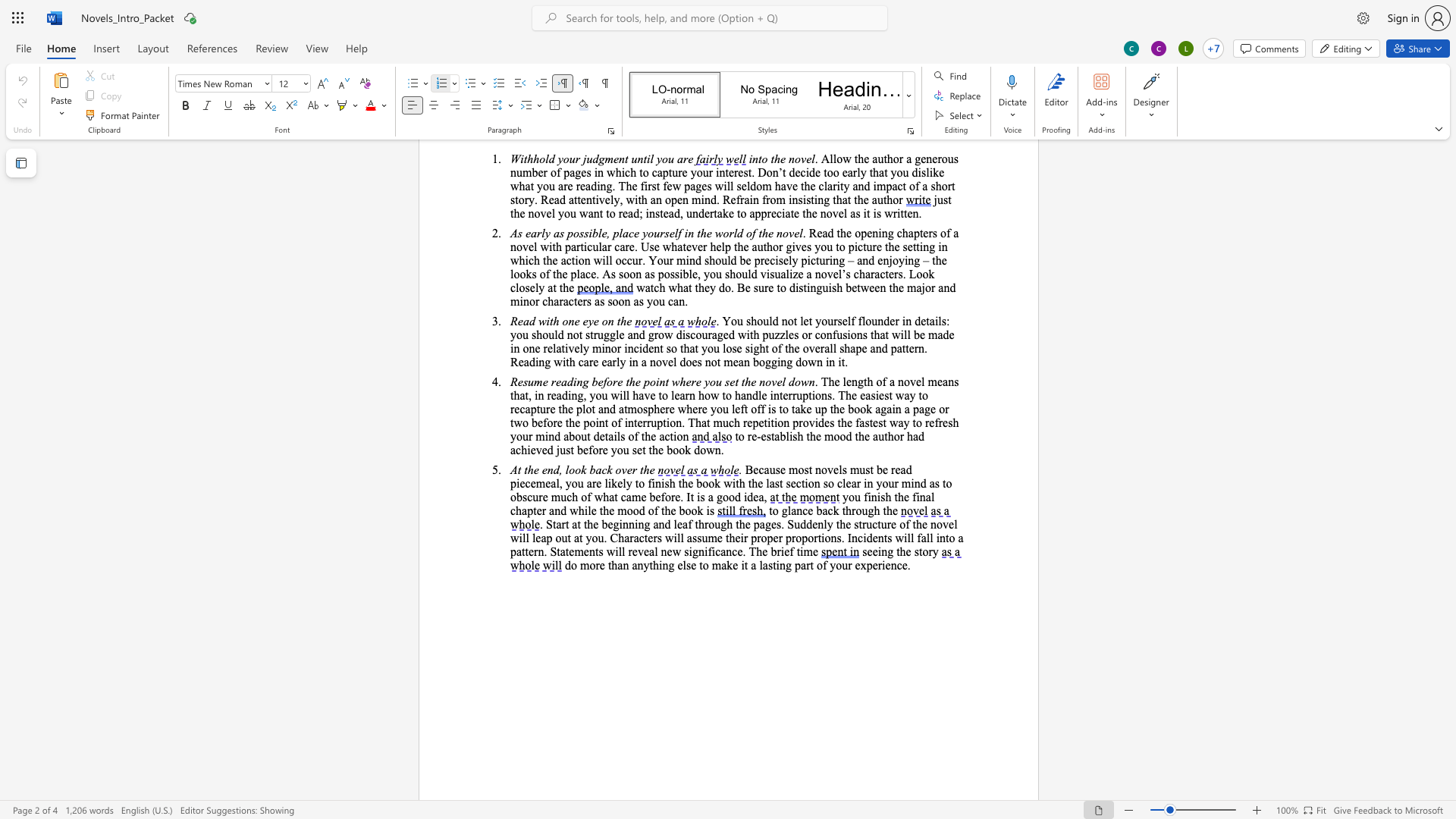 The height and width of the screenshot is (819, 1456). Describe the element at coordinates (569, 469) in the screenshot. I see `the space between the continuous character "l" and "o" in the text` at that location.